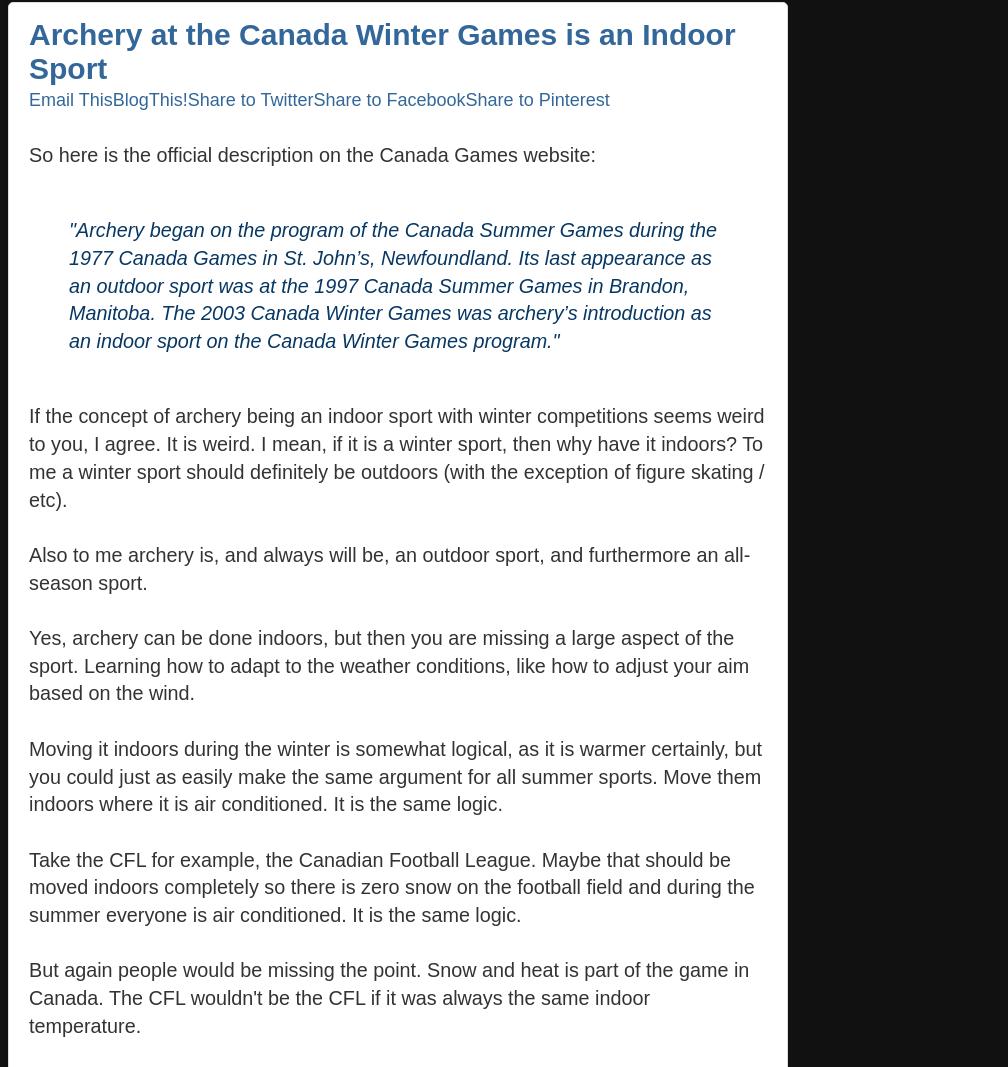 The height and width of the screenshot is (1067, 1008). What do you see at coordinates (396, 456) in the screenshot?
I see `'If the concept of archery being an indoor sport with winter competitions seems weird to you, I agree. It is weird. I mean, if it is a winter sport, then why have it indoors? To me a winter sport should definitely be outdoors (with the exception of figure skating / etc).'` at bounding box center [396, 456].